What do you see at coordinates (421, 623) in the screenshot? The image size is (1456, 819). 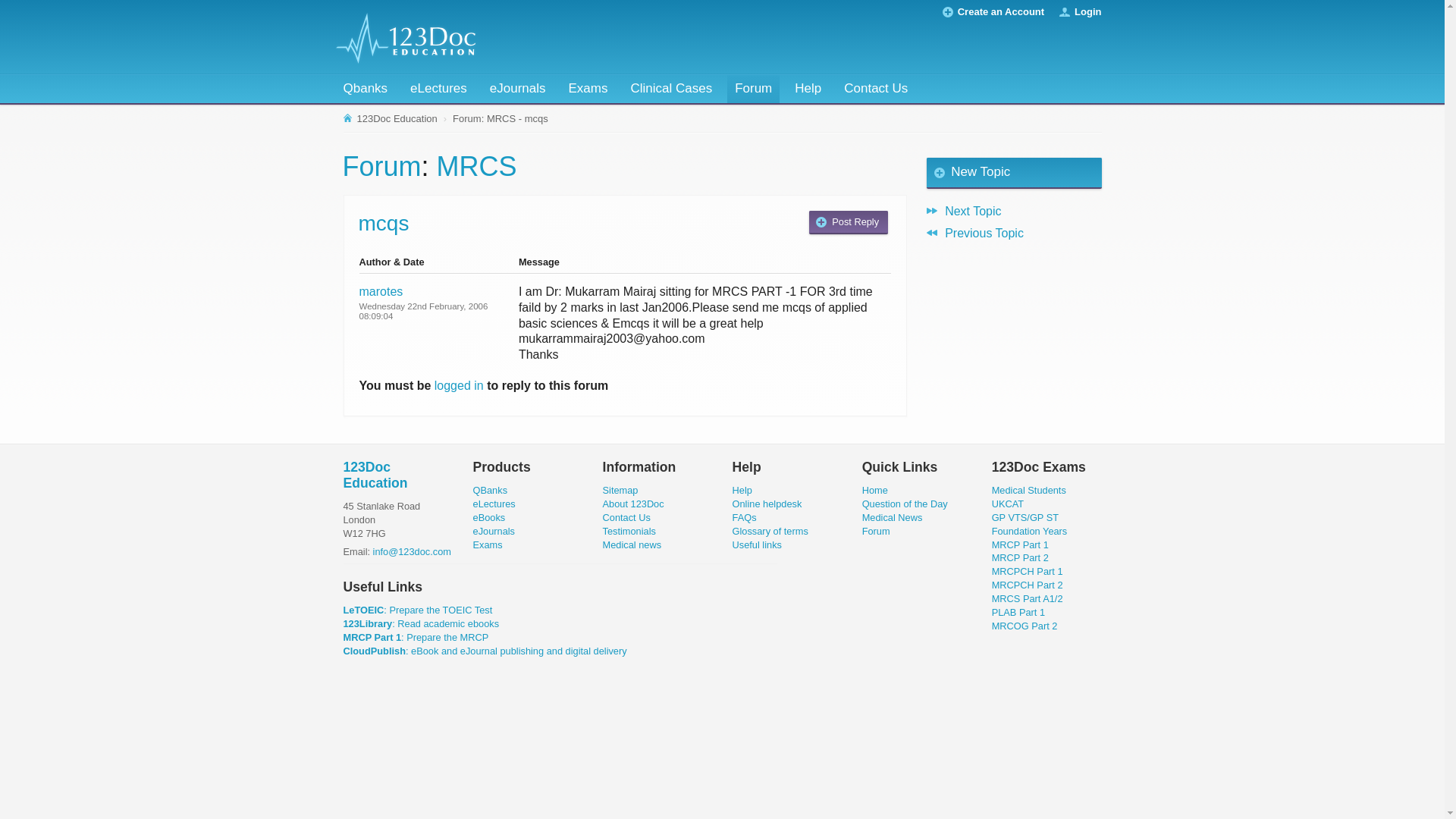 I see `'123Library: Read academic ebooks'` at bounding box center [421, 623].